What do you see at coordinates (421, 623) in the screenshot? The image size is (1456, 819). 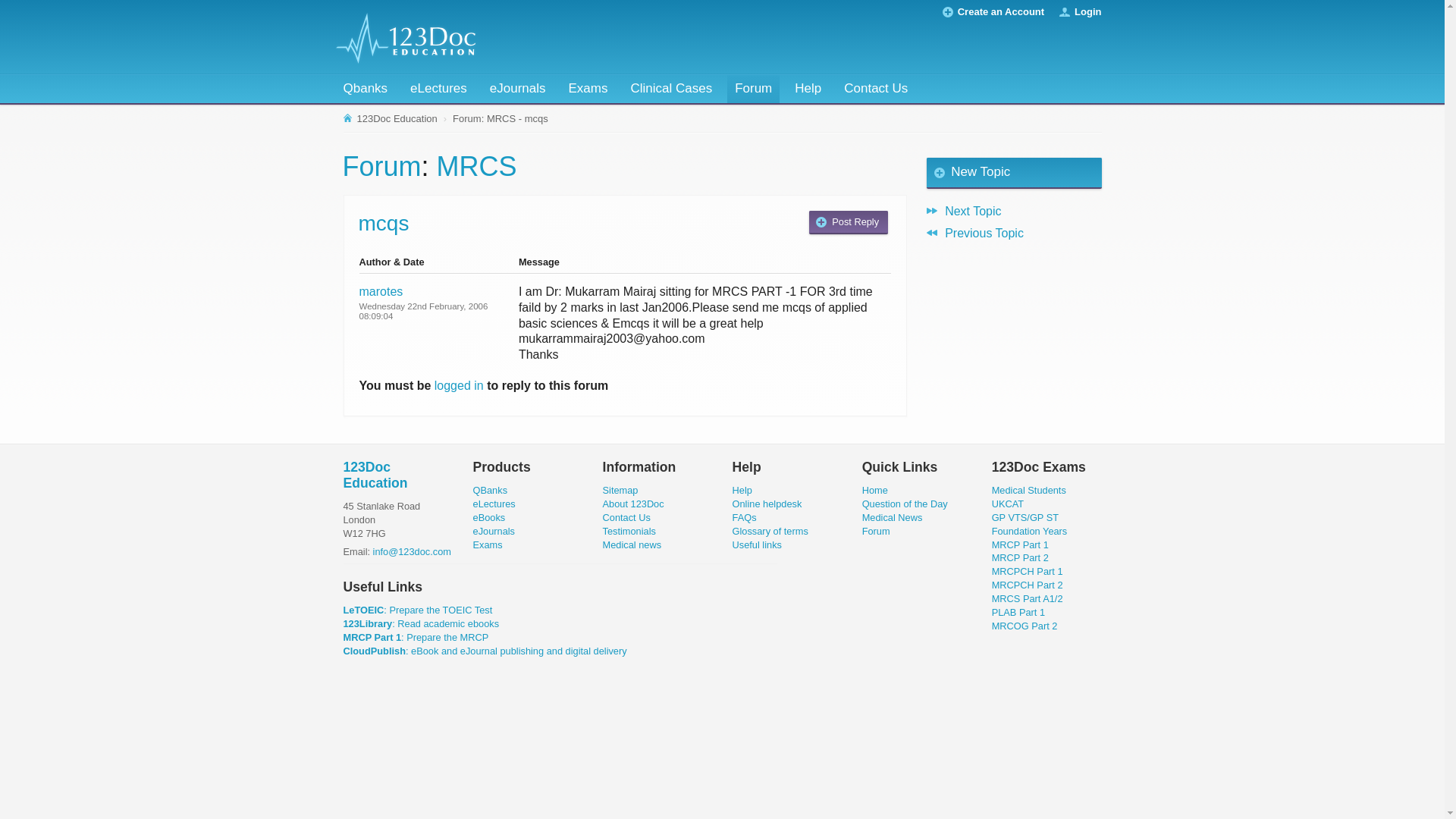 I see `'123Library: Read academic ebooks'` at bounding box center [421, 623].